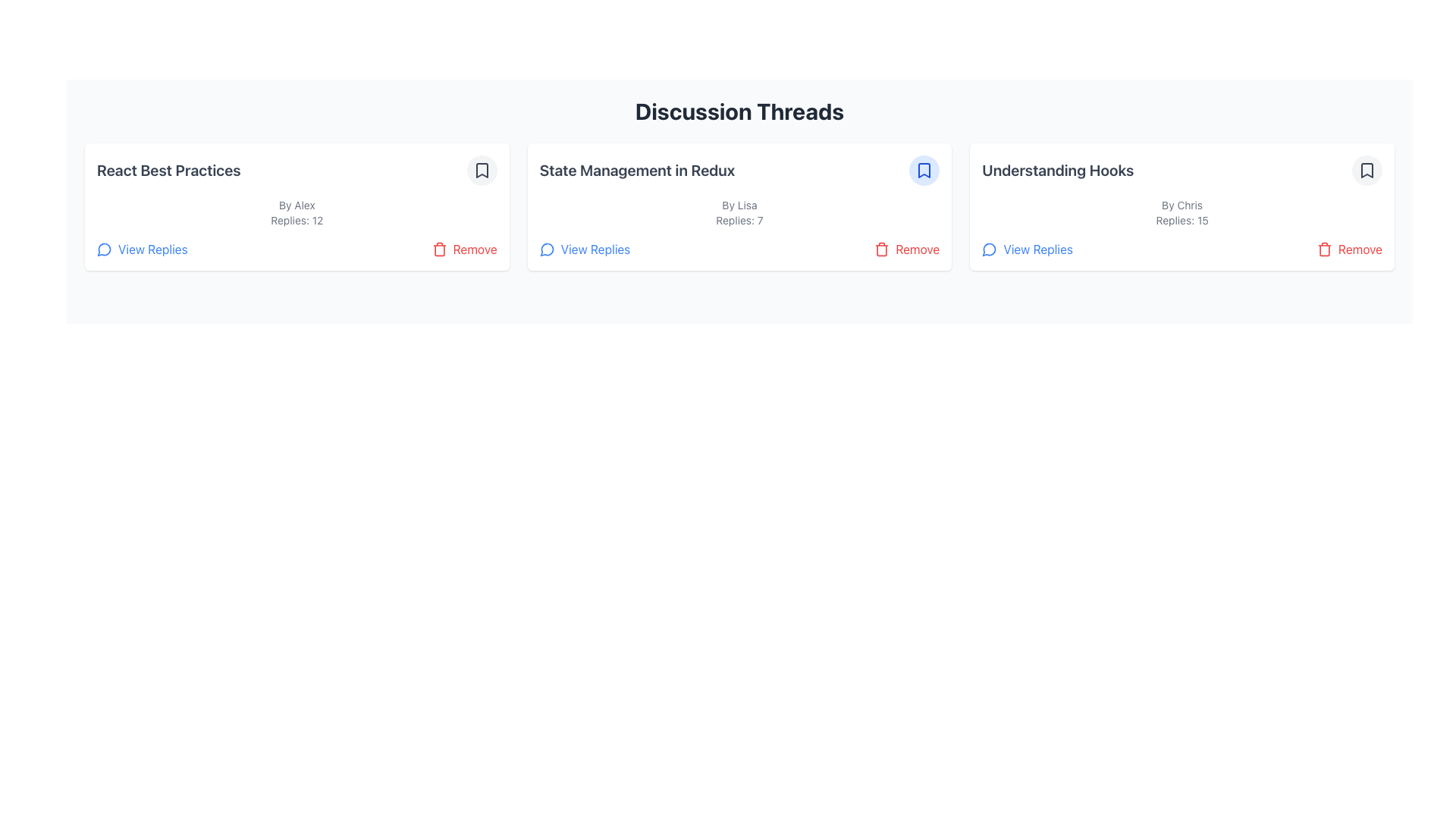  I want to click on the bookmarked button located in the top-right corner of the card titled 'State Management in Redux' to bookmark or unbookmark the discussion thread, so click(924, 170).